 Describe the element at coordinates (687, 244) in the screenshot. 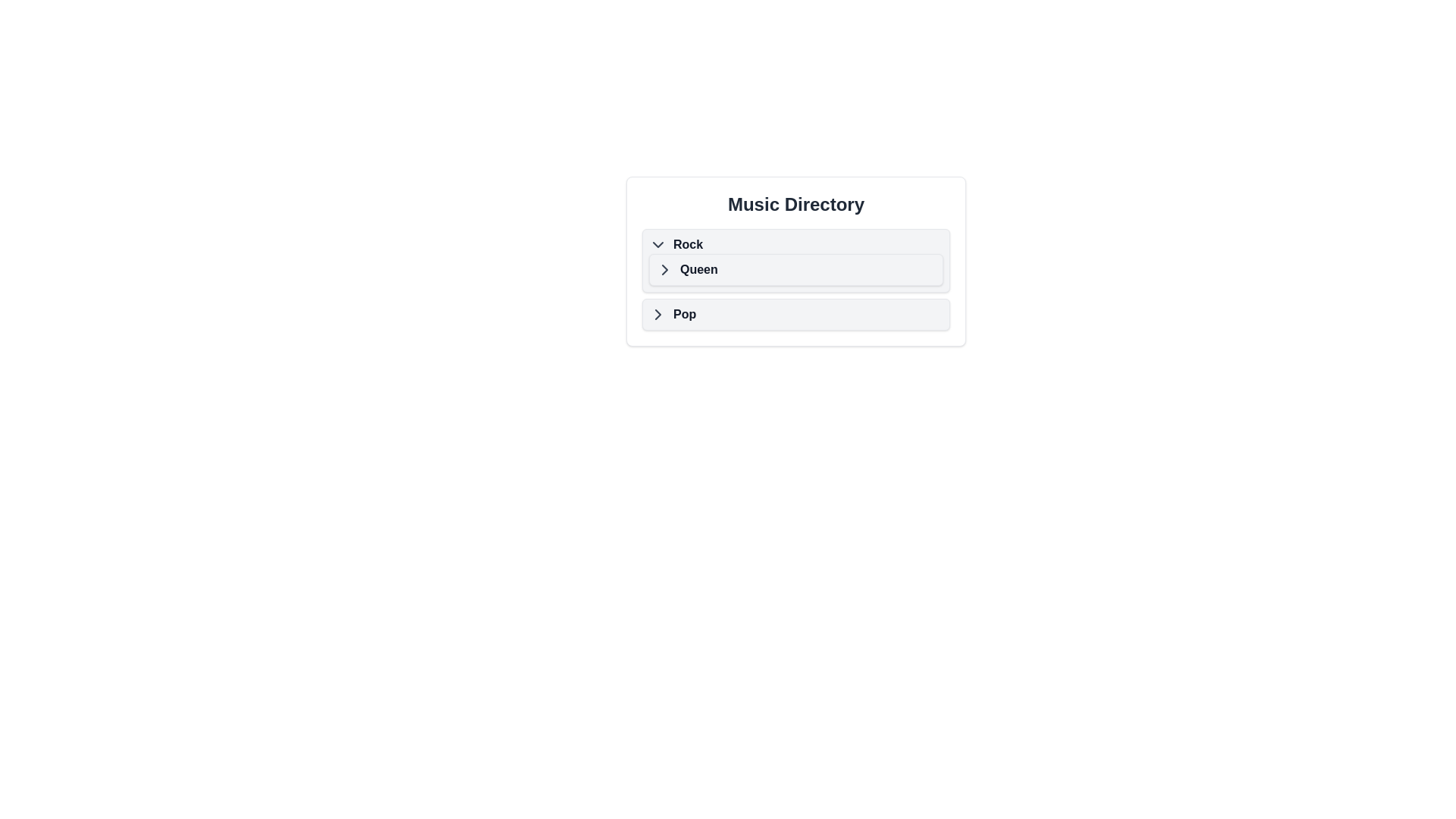

I see `the text label displaying 'Rock' in bold, dark-colored font within the 'Music Directory' interface, located to the right of the chevron-down icon` at that location.